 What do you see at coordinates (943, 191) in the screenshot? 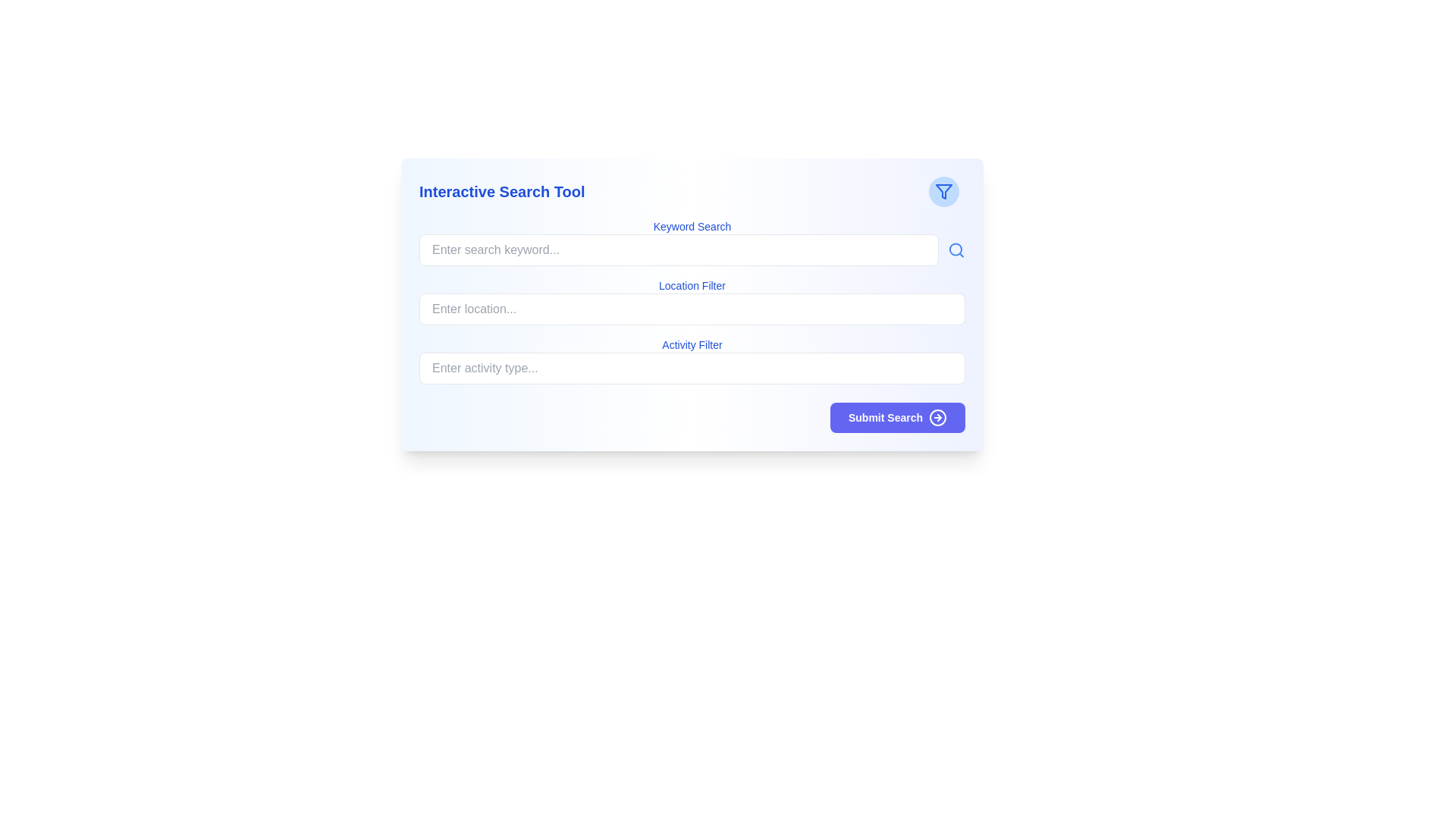
I see `the filter toggle icon located in the top right corner of the interface` at bounding box center [943, 191].